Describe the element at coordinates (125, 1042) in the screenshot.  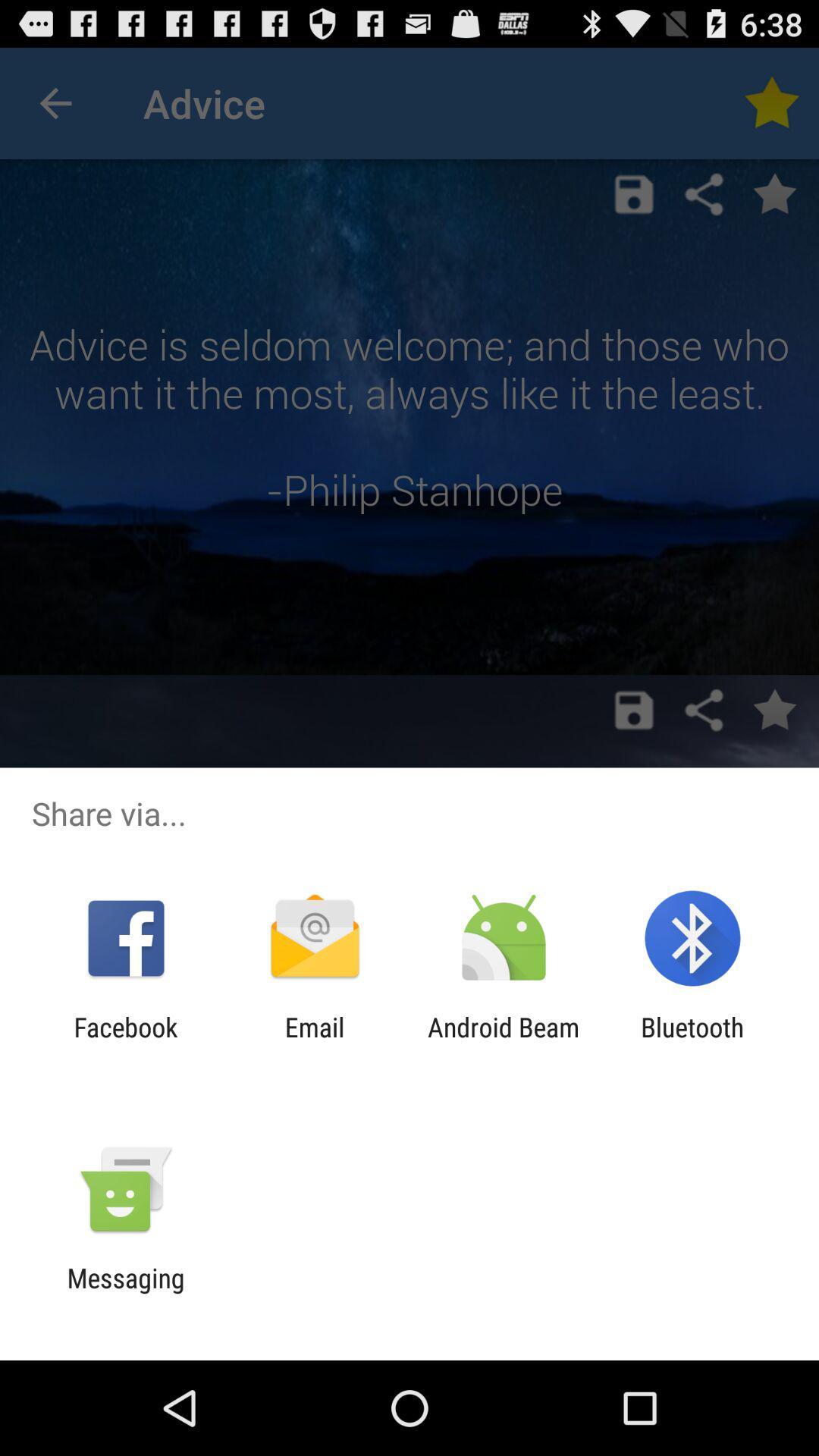
I see `the facebook icon` at that location.